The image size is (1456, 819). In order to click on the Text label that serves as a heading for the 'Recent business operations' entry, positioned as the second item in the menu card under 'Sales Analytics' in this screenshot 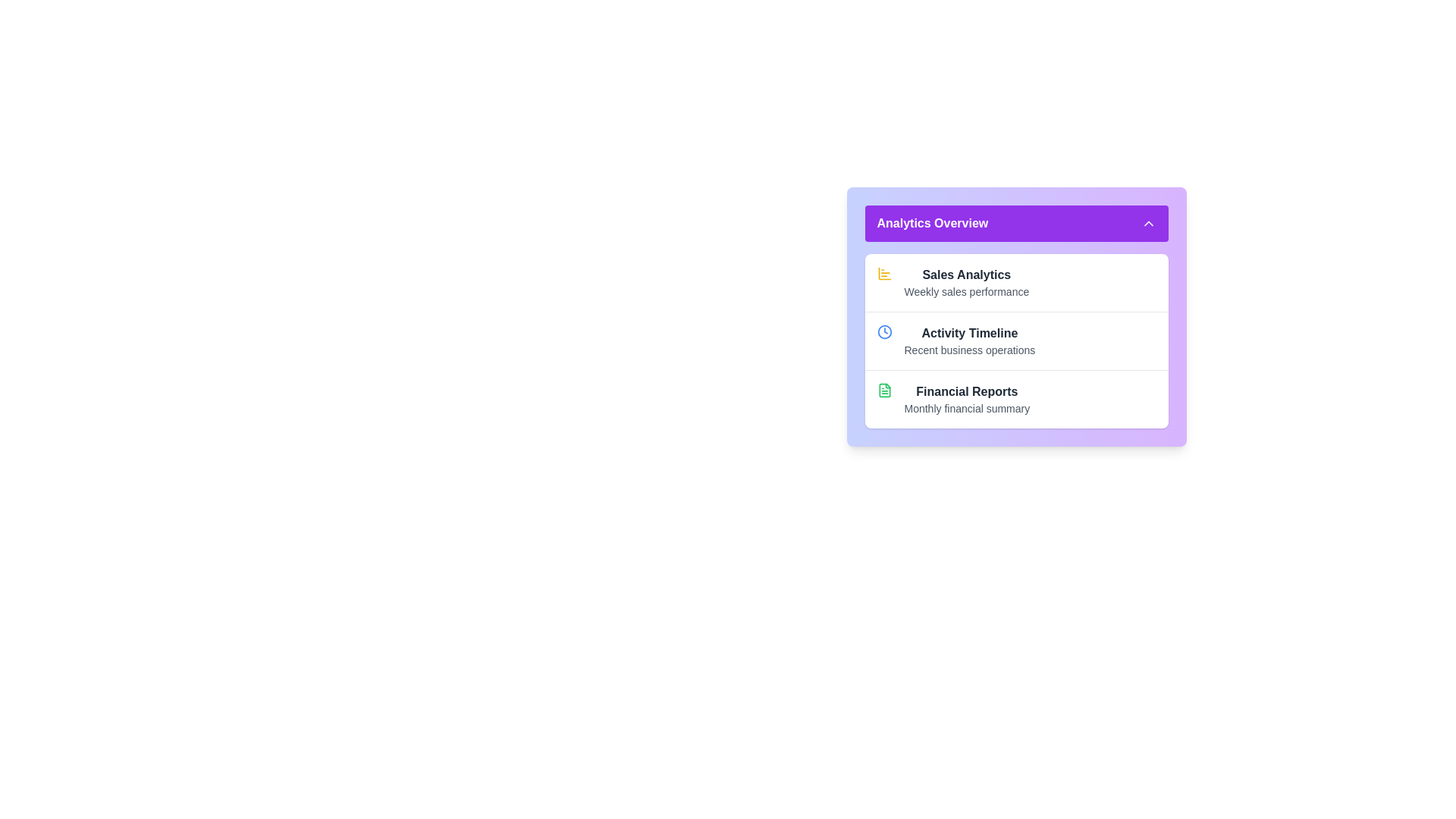, I will do `click(968, 332)`.